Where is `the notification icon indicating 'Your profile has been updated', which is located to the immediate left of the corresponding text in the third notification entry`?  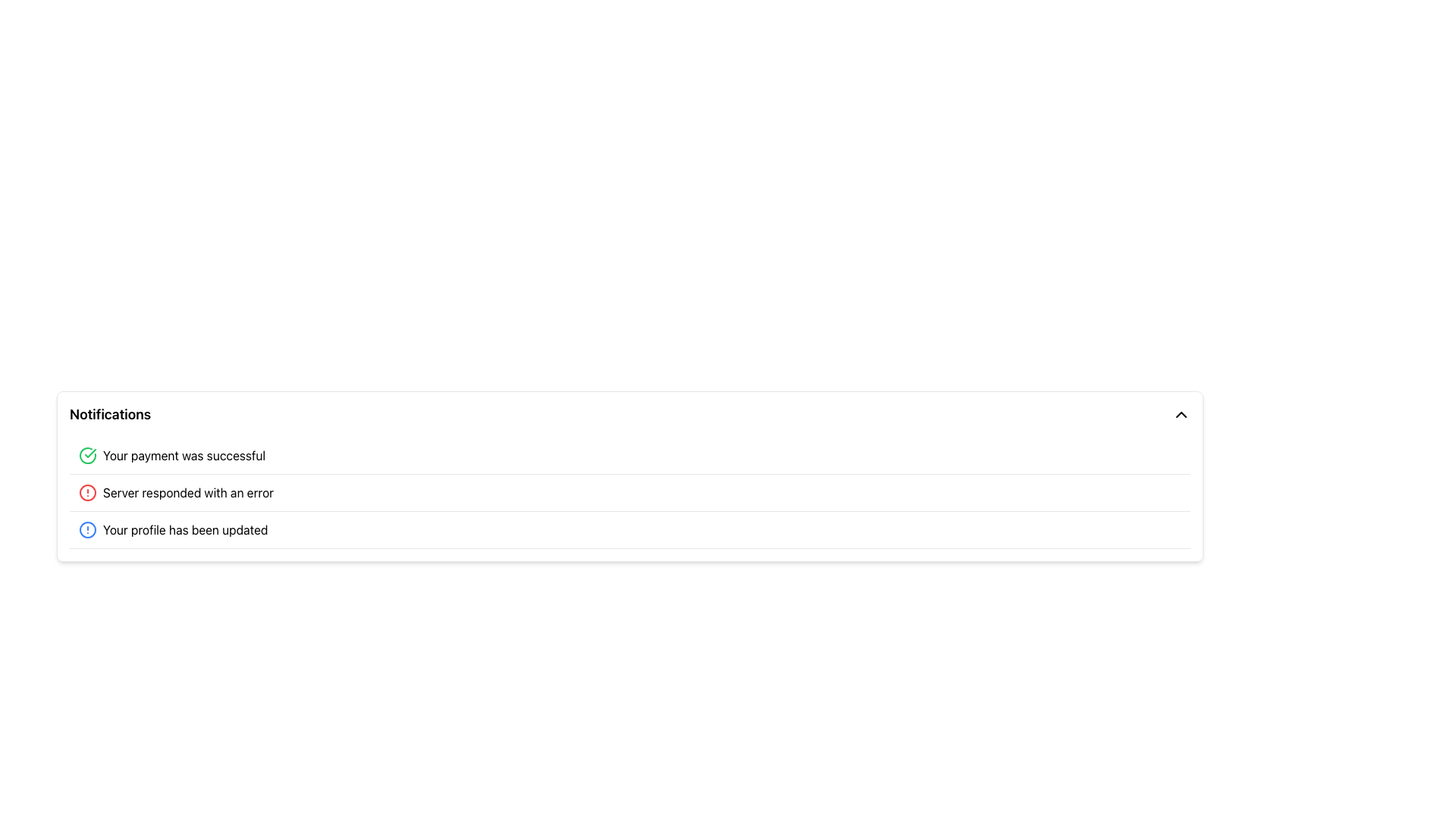 the notification icon indicating 'Your profile has been updated', which is located to the immediate left of the corresponding text in the third notification entry is located at coordinates (86, 529).